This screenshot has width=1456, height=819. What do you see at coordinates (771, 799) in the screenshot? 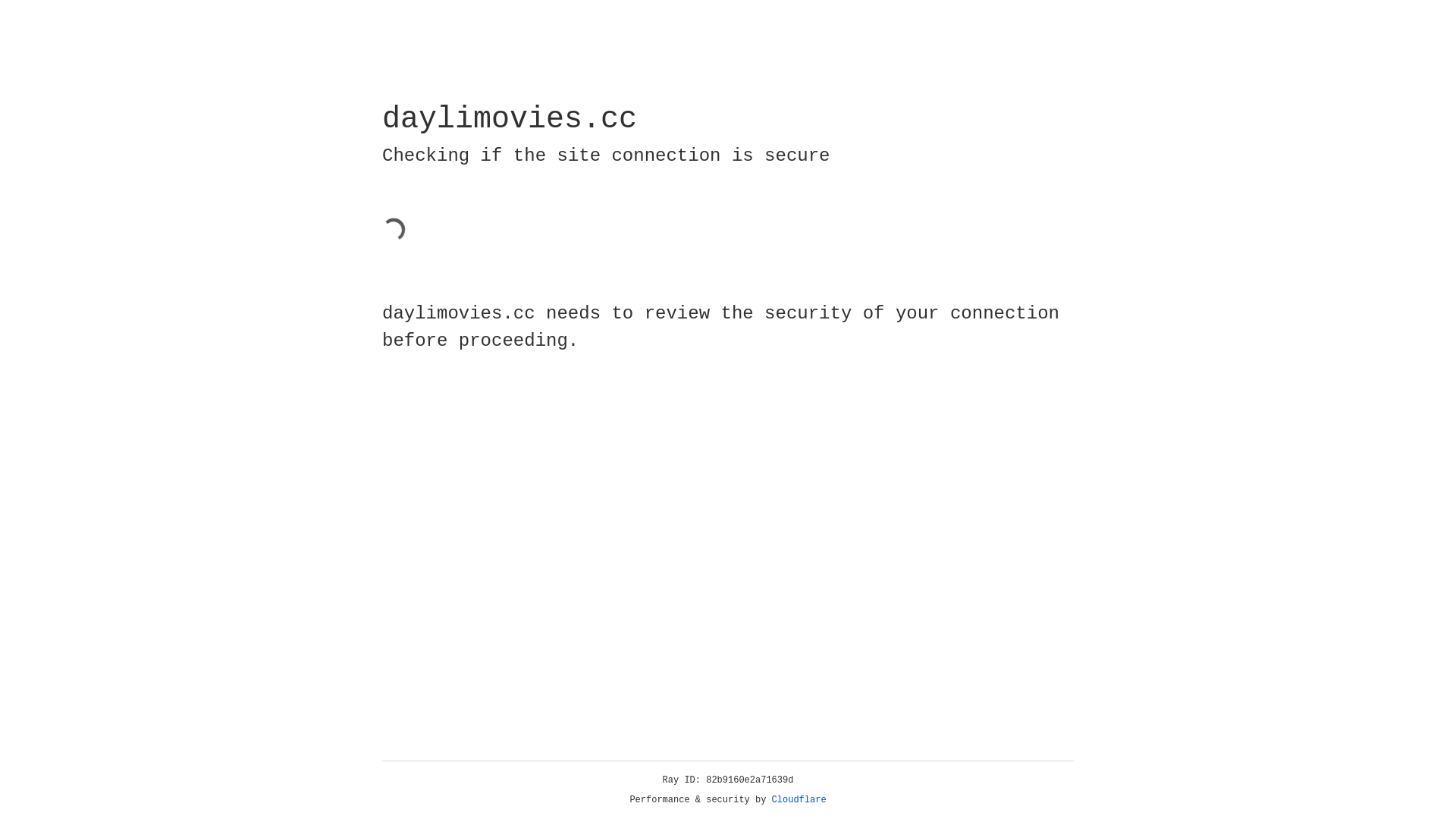
I see `'Cloudflare'` at bounding box center [771, 799].